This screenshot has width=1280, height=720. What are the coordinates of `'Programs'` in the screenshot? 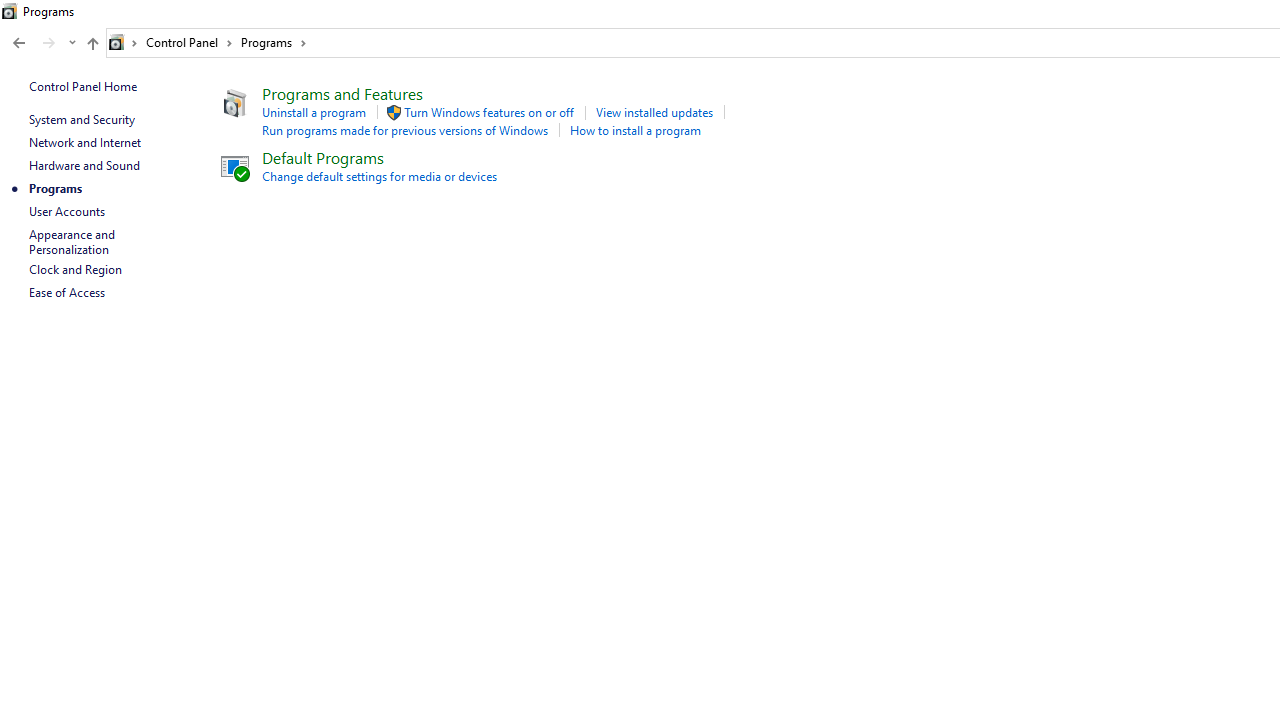 It's located at (272, 42).